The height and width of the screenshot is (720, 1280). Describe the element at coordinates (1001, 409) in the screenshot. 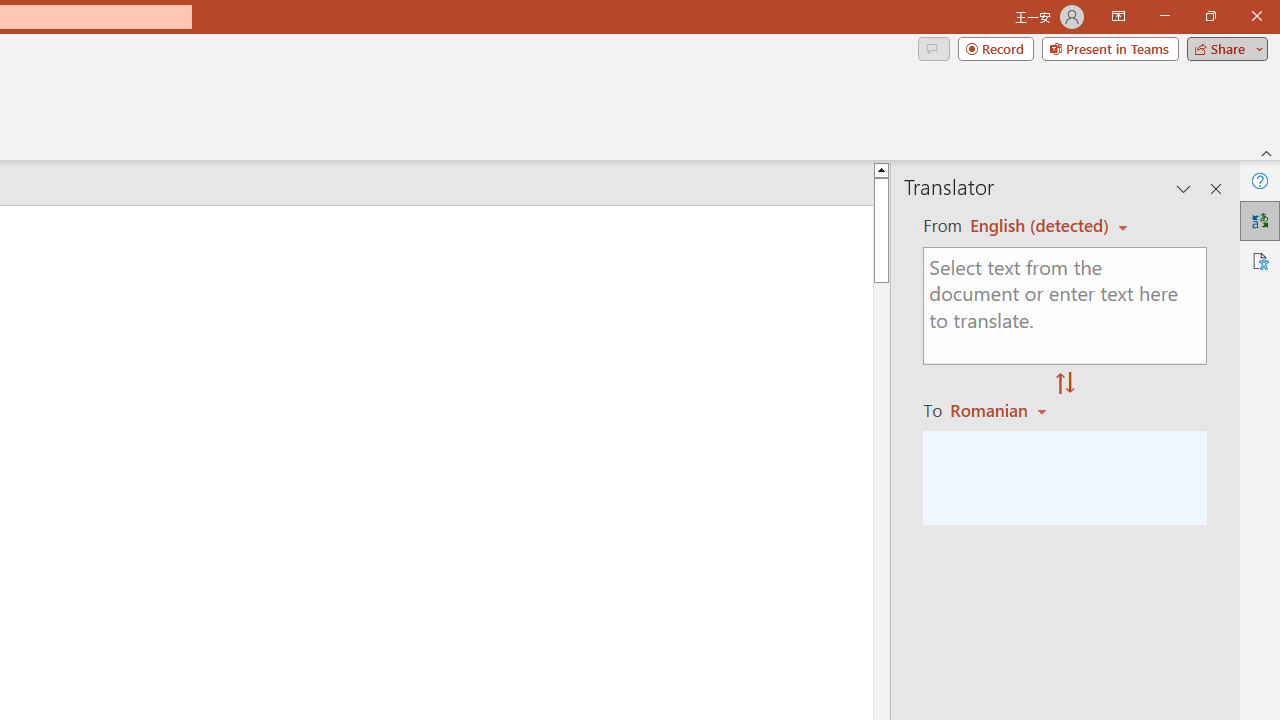

I see `'Romanian'` at that location.